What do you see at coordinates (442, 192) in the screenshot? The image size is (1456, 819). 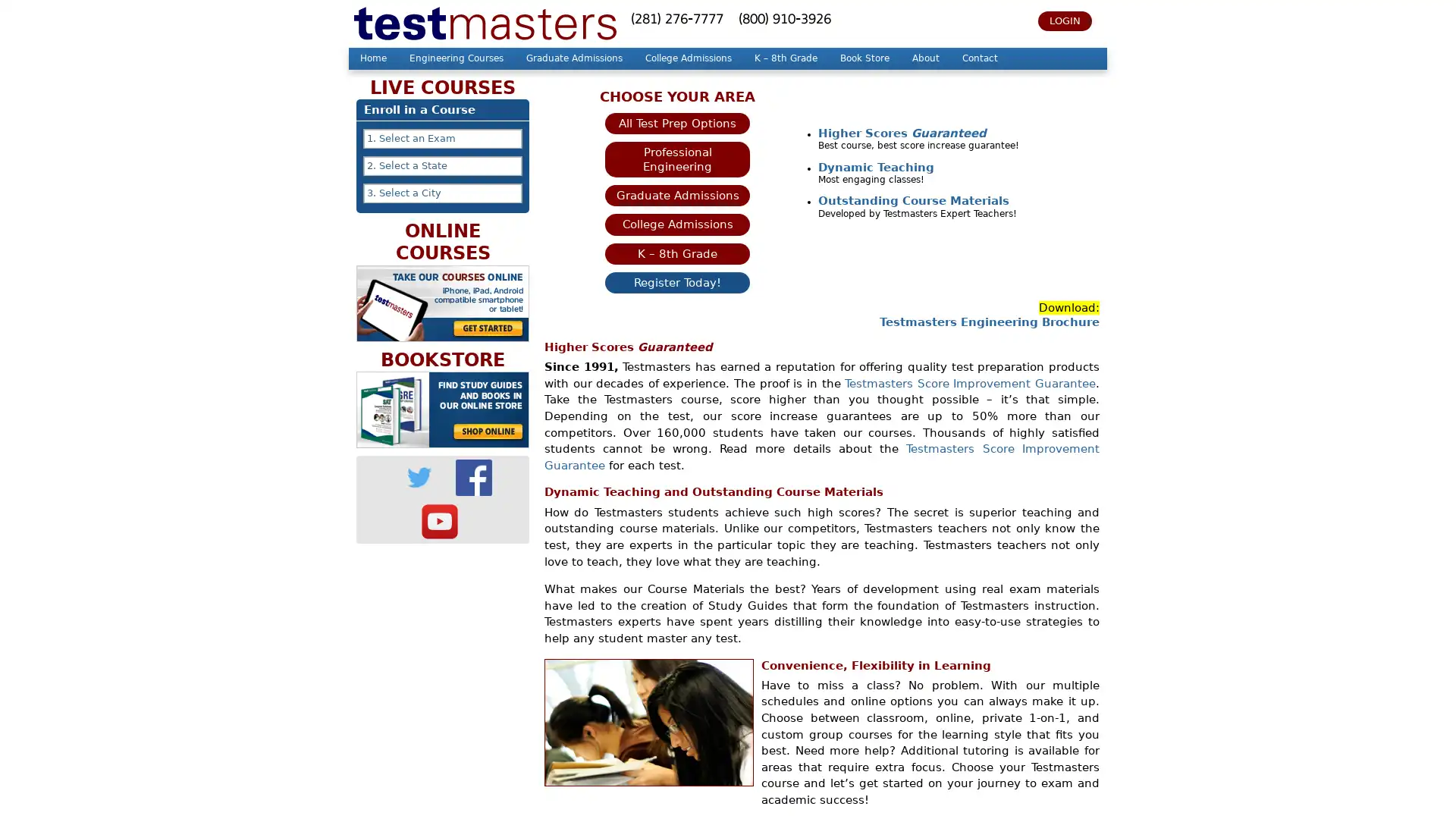 I see `3. Select a City` at bounding box center [442, 192].